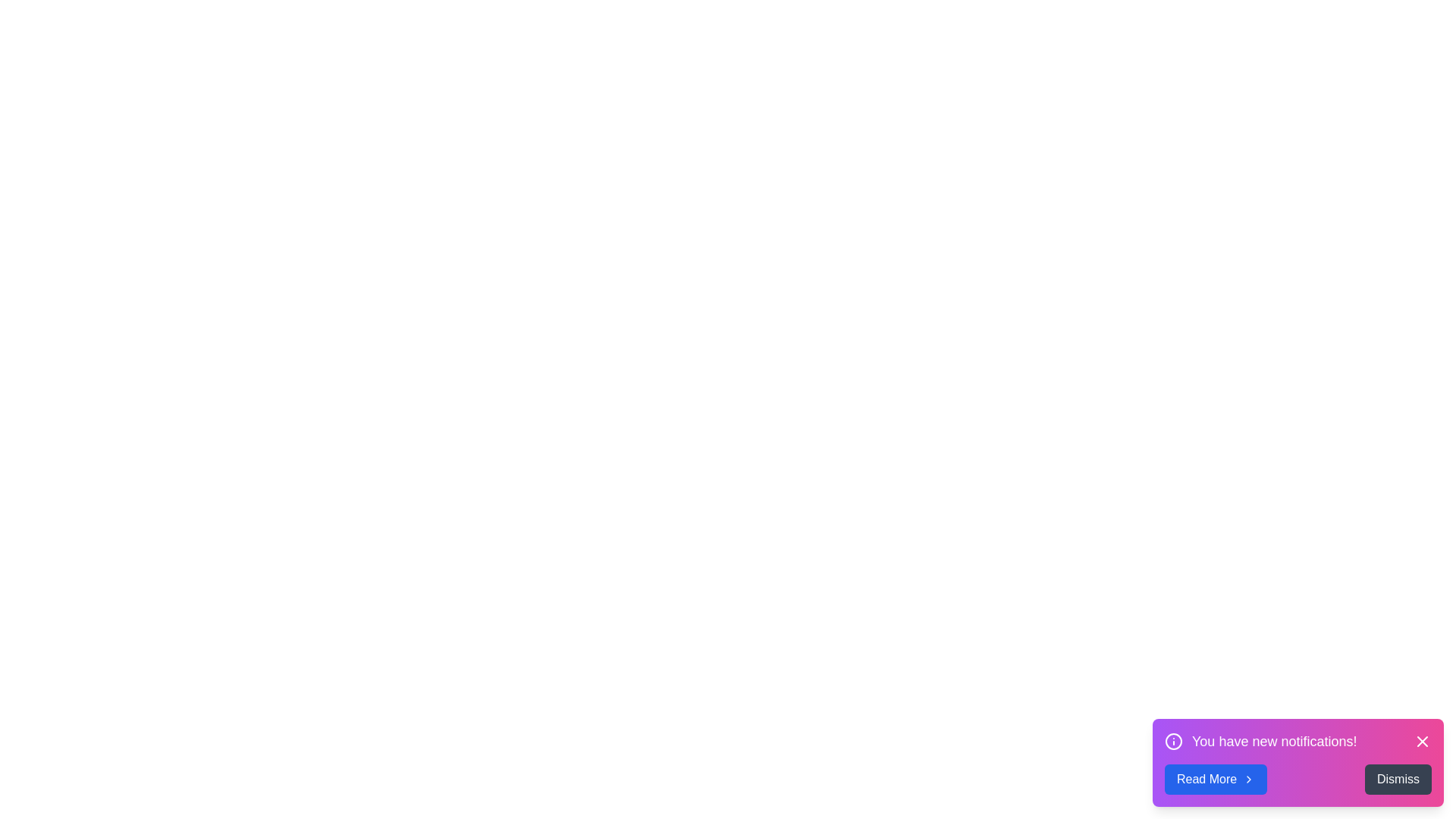 The image size is (1456, 819). I want to click on the navigation icon located to the right of the 'Read More' button to indicate more information or next action, so click(1249, 780).